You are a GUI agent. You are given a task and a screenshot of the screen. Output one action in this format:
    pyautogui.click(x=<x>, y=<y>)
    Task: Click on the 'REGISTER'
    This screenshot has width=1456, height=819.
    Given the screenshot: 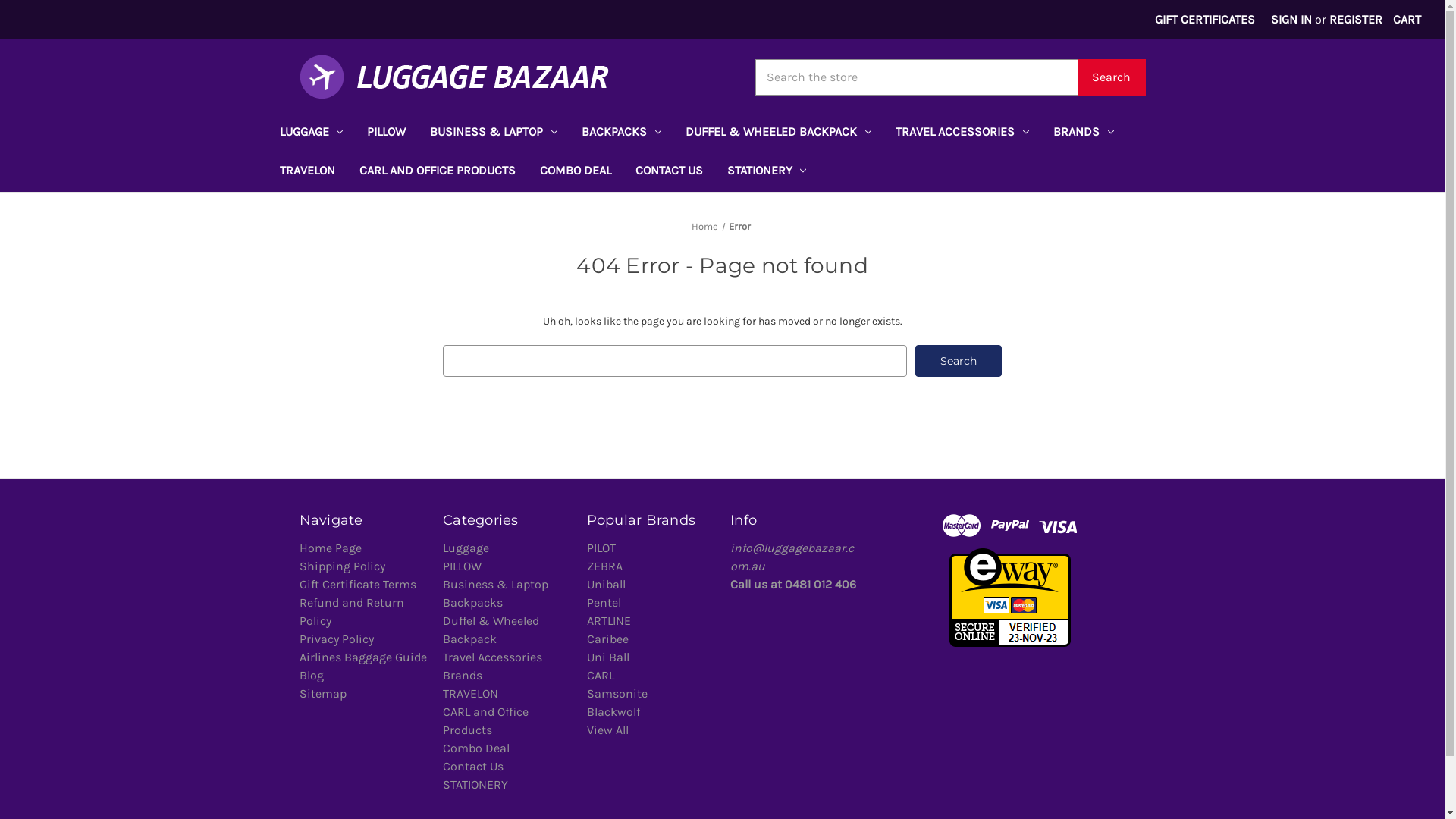 What is the action you would take?
    pyautogui.click(x=1355, y=20)
    